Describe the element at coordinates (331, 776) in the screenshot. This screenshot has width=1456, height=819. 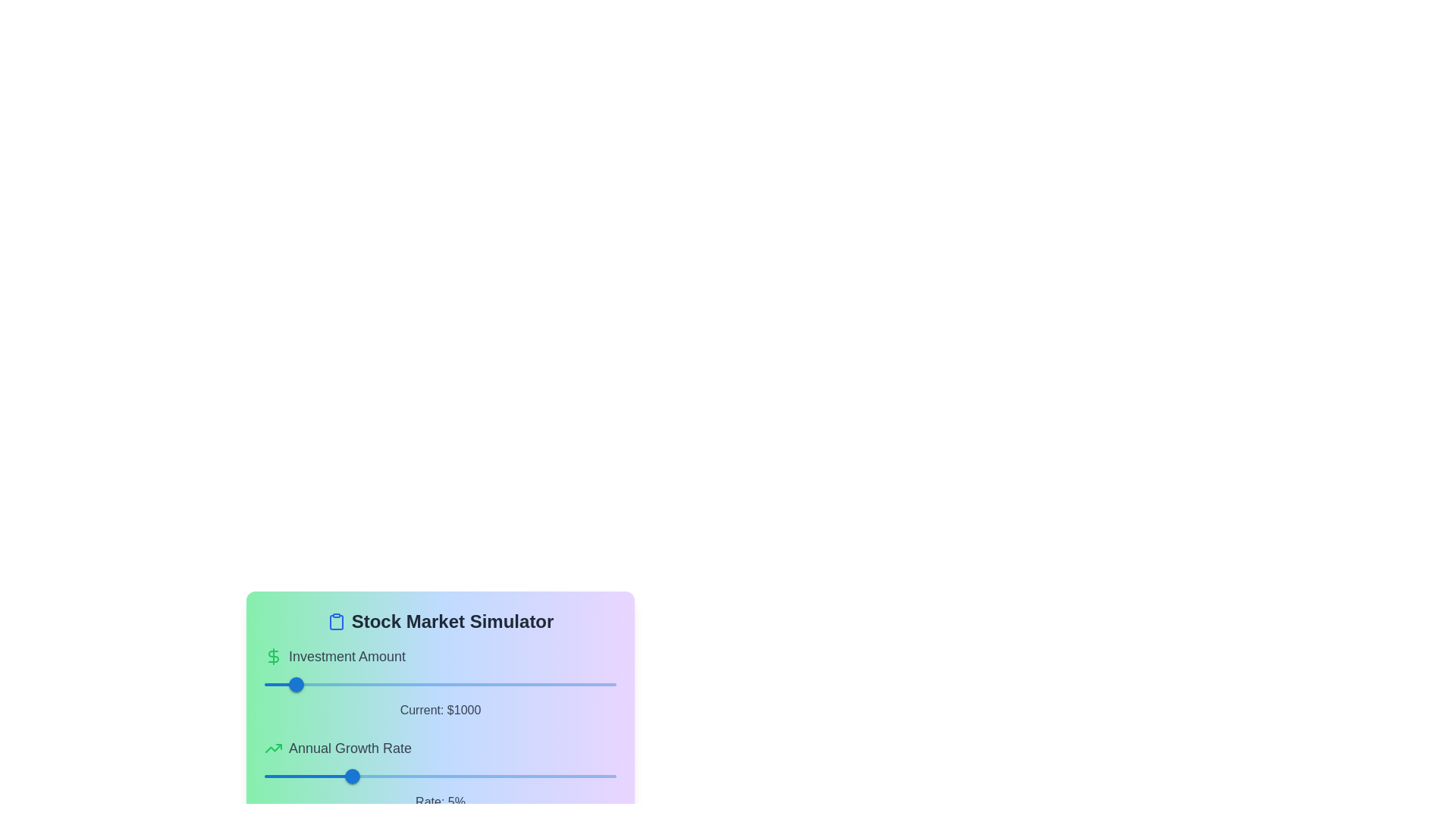
I see `the annual growth rate` at that location.